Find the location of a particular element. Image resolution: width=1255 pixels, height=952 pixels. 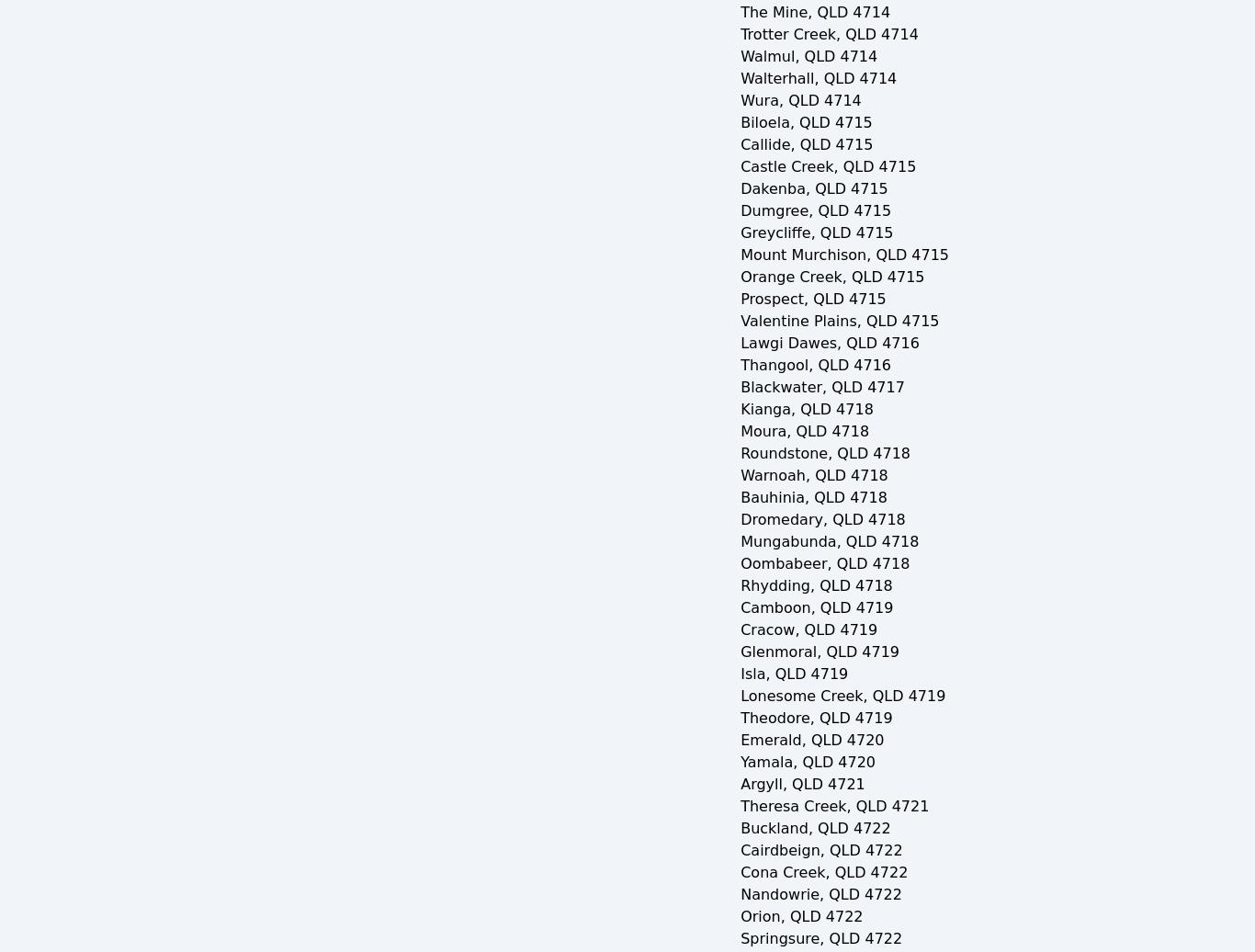

'Thangool, QLD 4716' is located at coordinates (815, 365).